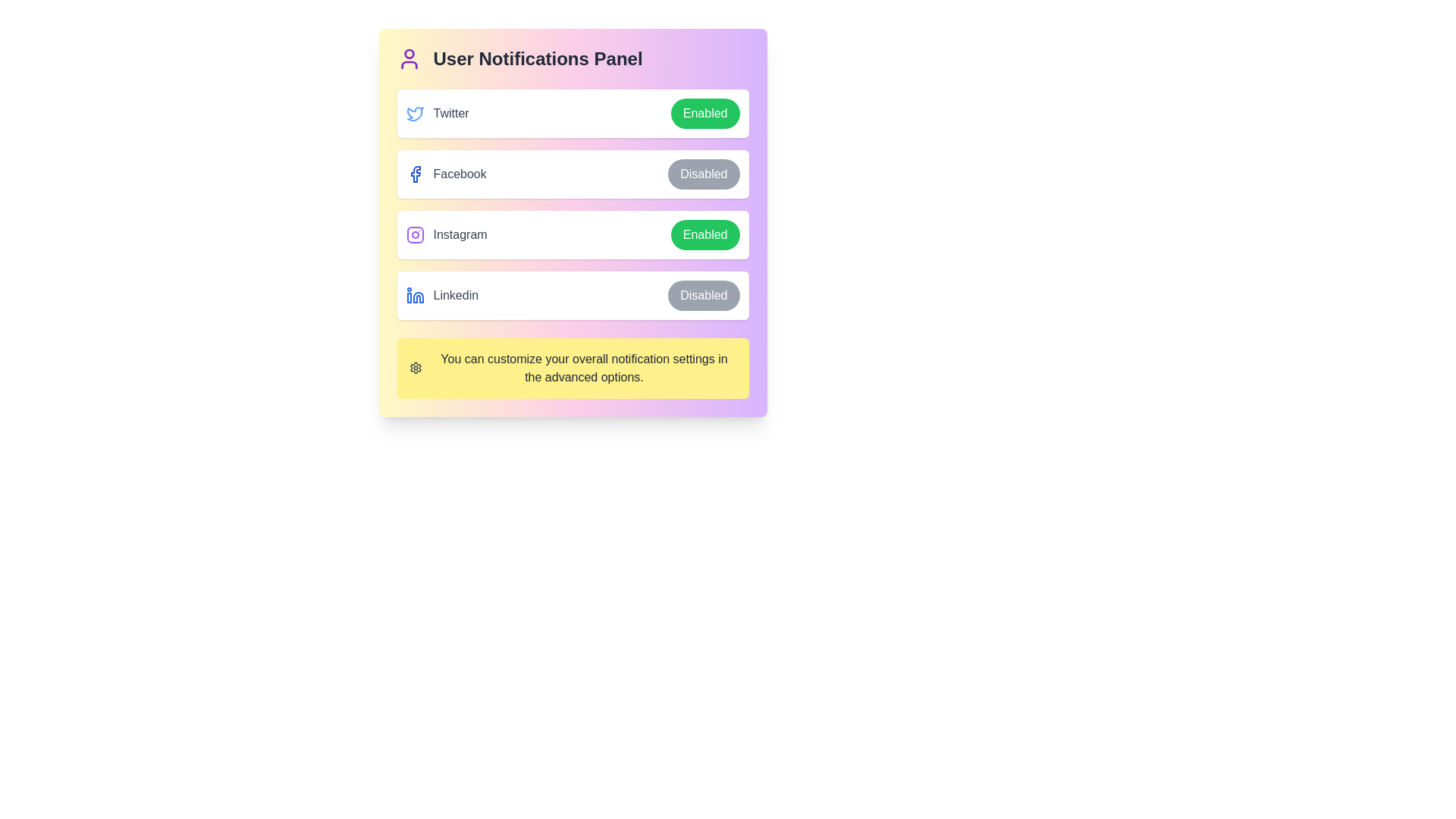 This screenshot has height=819, width=1456. What do you see at coordinates (409, 53) in the screenshot?
I see `the SVG Circle Element representing the user profile icon, located in the top-left region of the panel above the 'User Notifications Panel'` at bounding box center [409, 53].